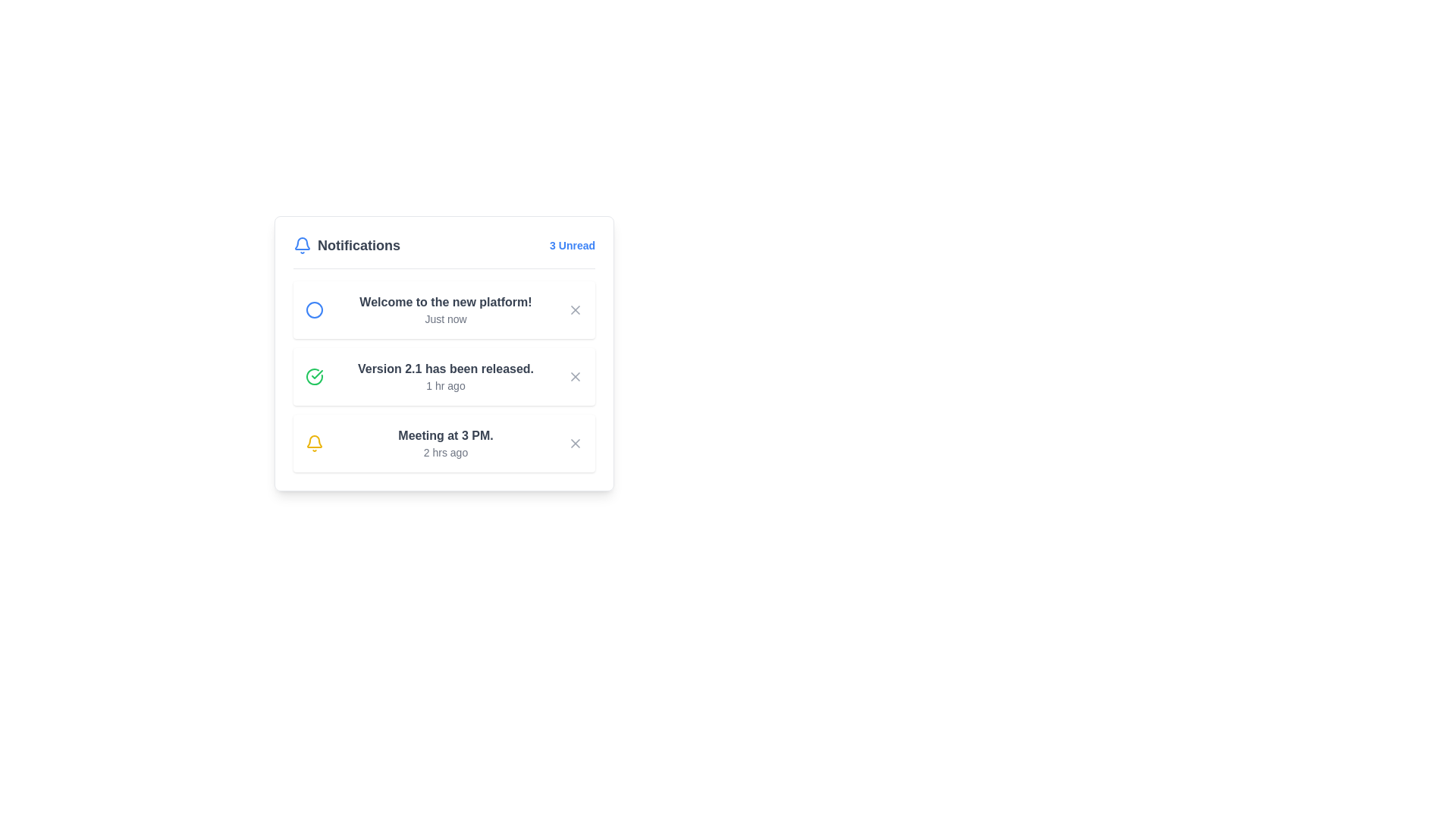 This screenshot has width=1456, height=819. What do you see at coordinates (313, 309) in the screenshot?
I see `the circular SVG icon with a blue stroke located within the notification card preceding the message 'Welcome to the new platform!'` at bounding box center [313, 309].